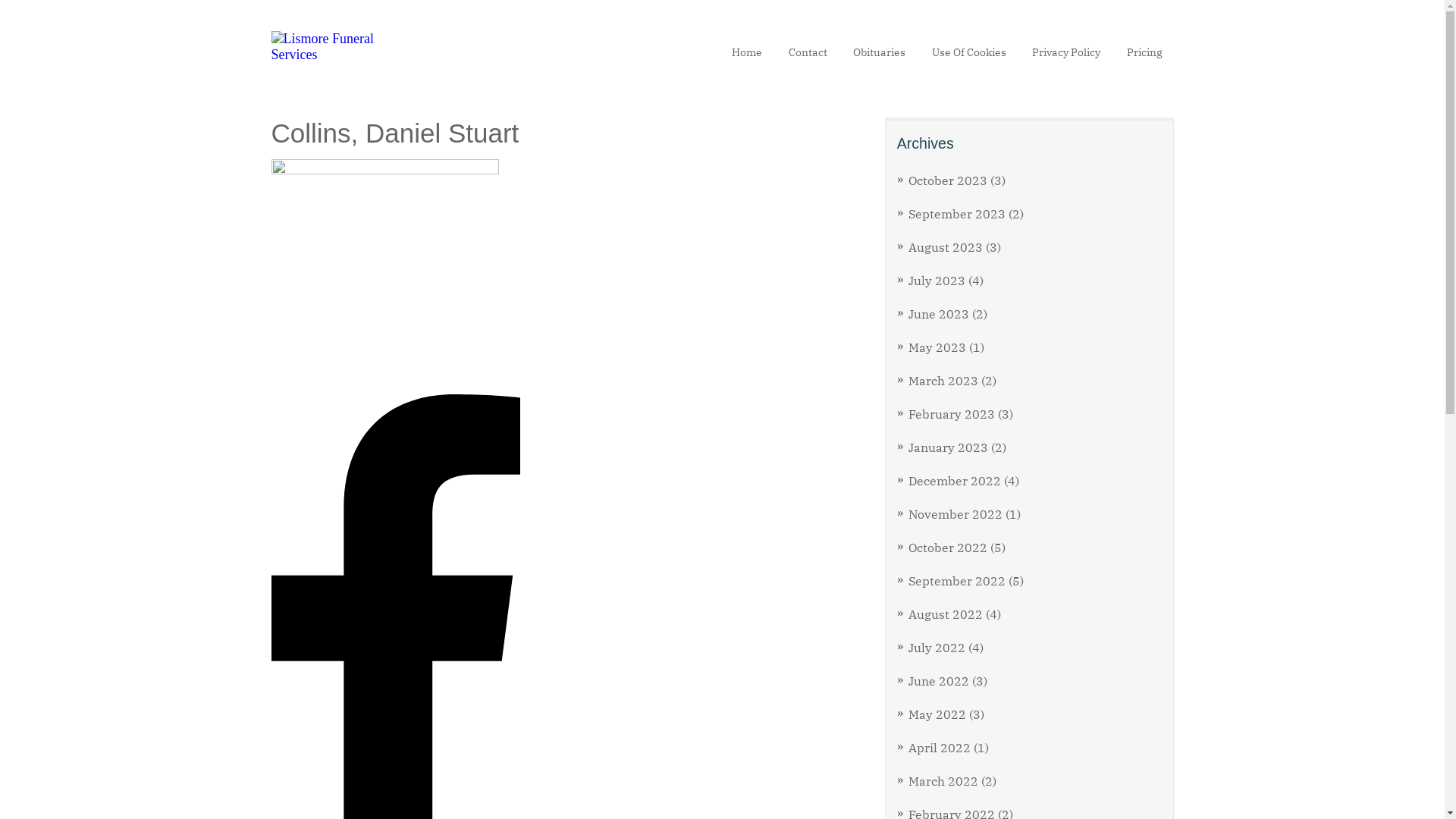  Describe the element at coordinates (942, 780) in the screenshot. I see `'March 2022'` at that location.